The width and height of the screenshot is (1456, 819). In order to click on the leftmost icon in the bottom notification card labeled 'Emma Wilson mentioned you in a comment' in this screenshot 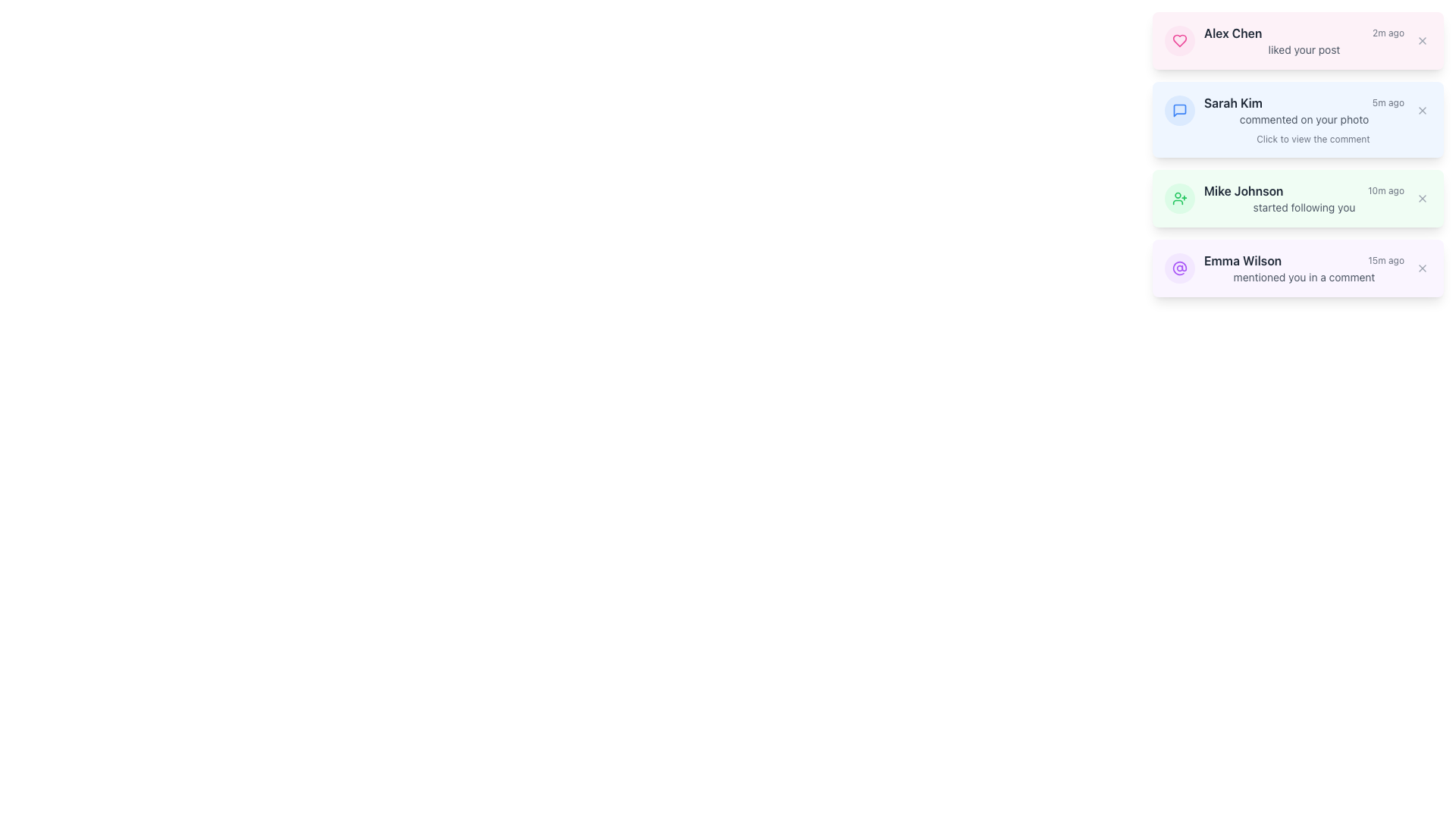, I will do `click(1178, 268)`.